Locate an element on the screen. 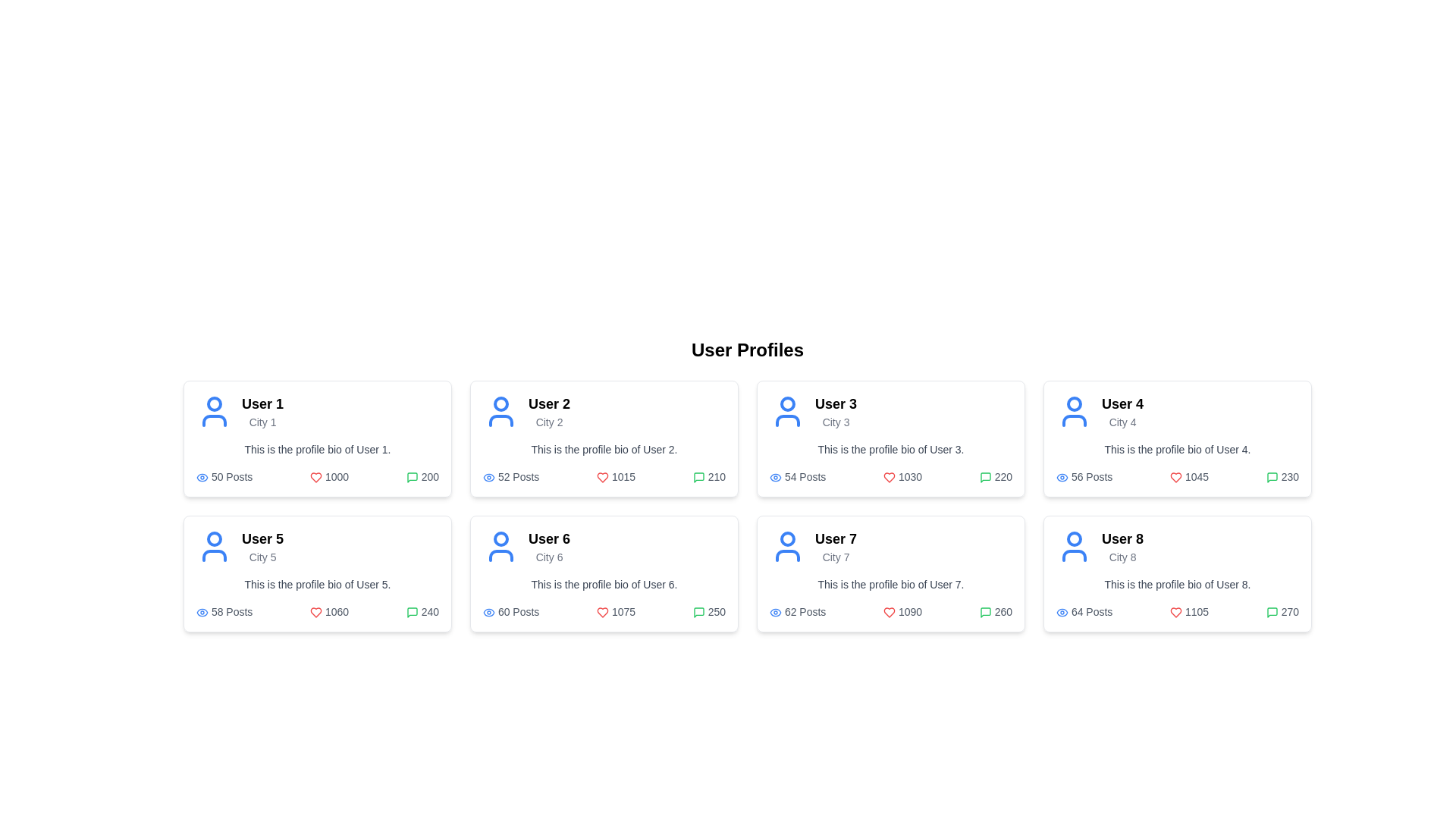  the eye-shaped icon located to the left of the text '56 Posts' in the profile card of 'User 4' is located at coordinates (1062, 476).